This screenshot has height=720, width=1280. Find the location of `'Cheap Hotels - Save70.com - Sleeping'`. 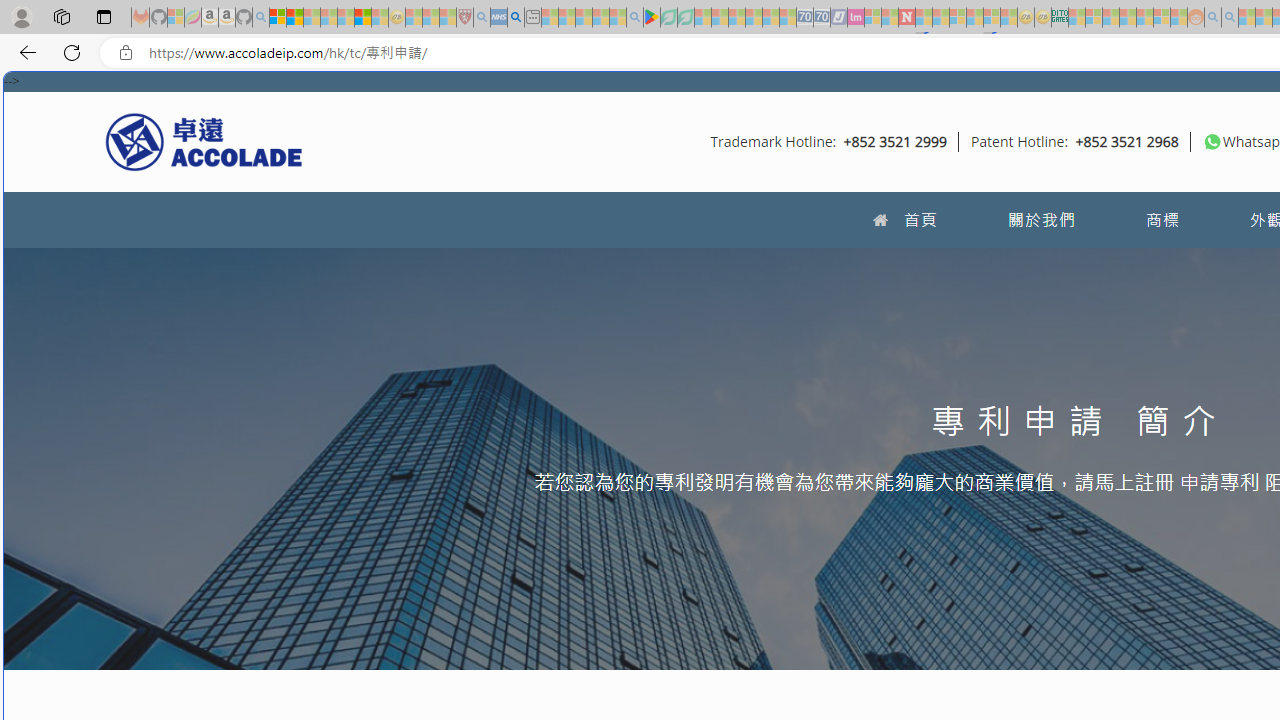

'Cheap Hotels - Save70.com - Sleeping' is located at coordinates (821, 17).